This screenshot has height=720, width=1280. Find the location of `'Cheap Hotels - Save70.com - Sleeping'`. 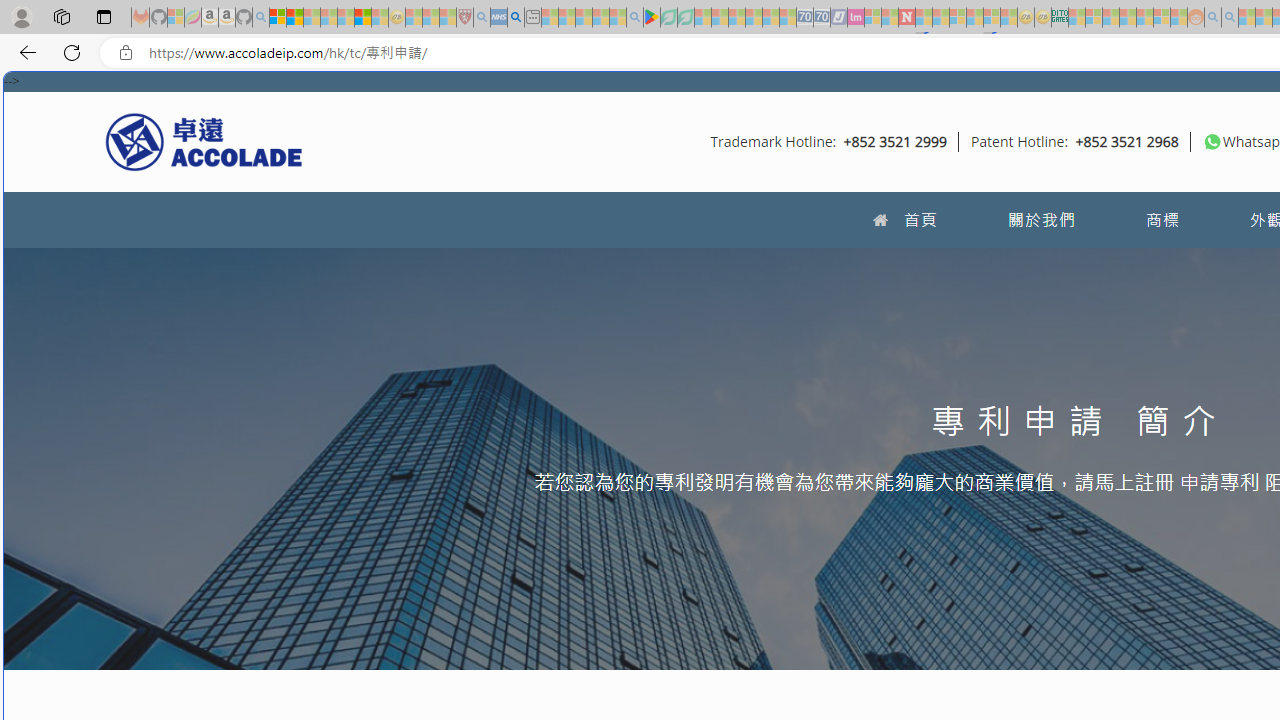

'Cheap Hotels - Save70.com - Sleeping' is located at coordinates (821, 17).